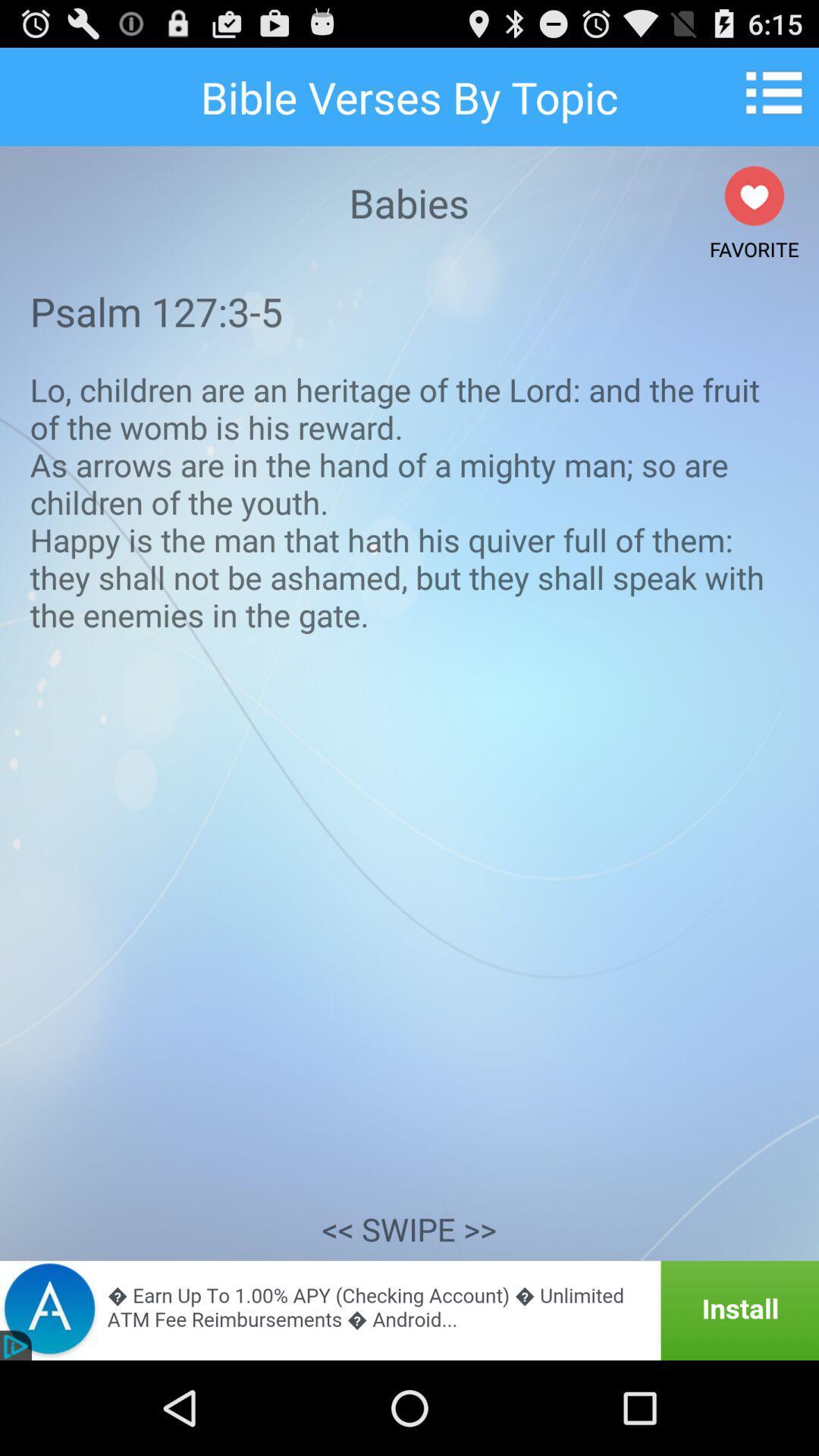  Describe the element at coordinates (779, 98) in the screenshot. I see `the list icon` at that location.